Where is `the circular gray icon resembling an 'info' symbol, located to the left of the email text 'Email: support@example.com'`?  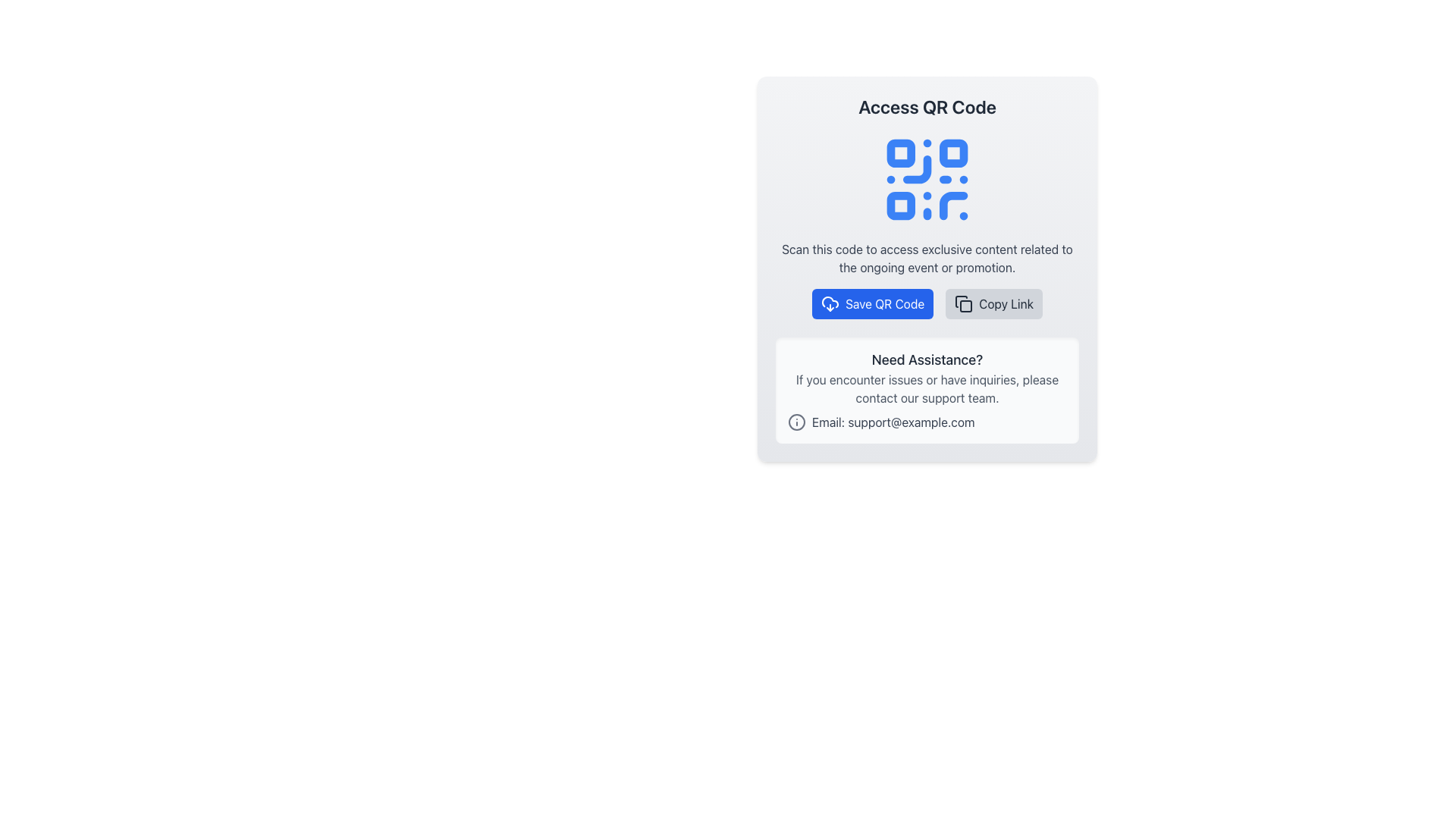 the circular gray icon resembling an 'info' symbol, located to the left of the email text 'Email: support@example.com' is located at coordinates (796, 422).